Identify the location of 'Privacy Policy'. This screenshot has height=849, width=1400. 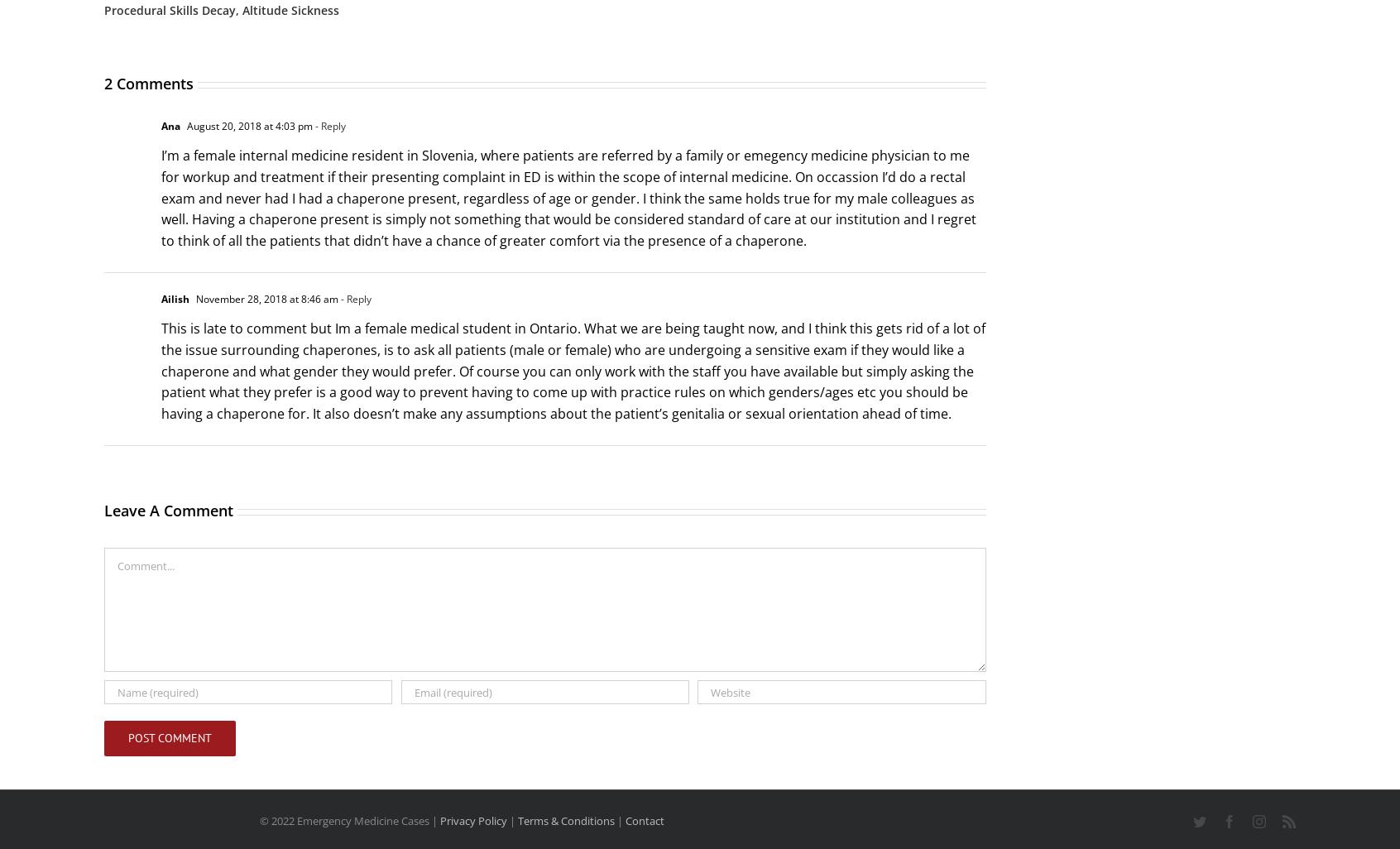
(439, 820).